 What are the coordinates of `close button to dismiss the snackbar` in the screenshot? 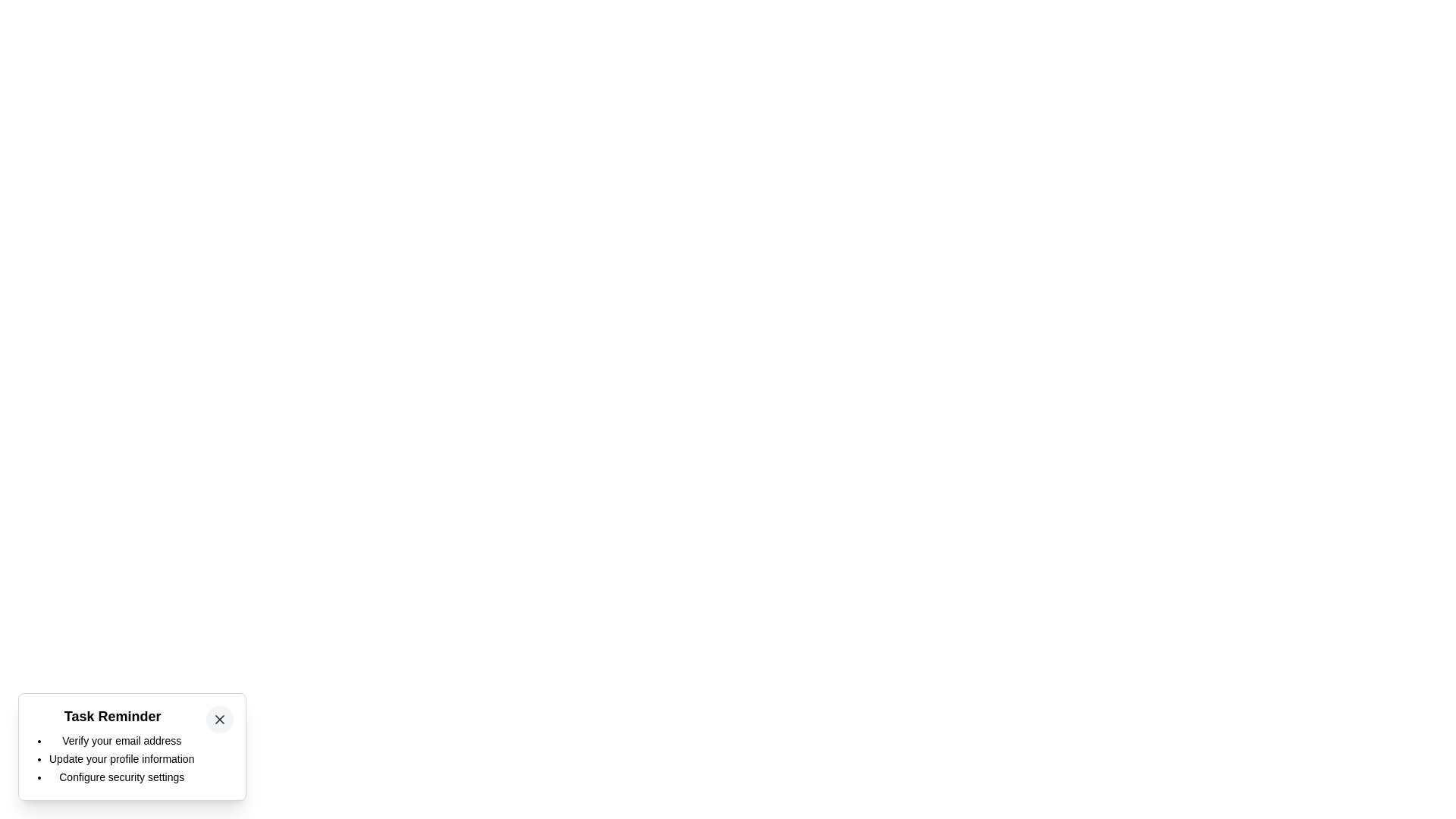 It's located at (218, 718).